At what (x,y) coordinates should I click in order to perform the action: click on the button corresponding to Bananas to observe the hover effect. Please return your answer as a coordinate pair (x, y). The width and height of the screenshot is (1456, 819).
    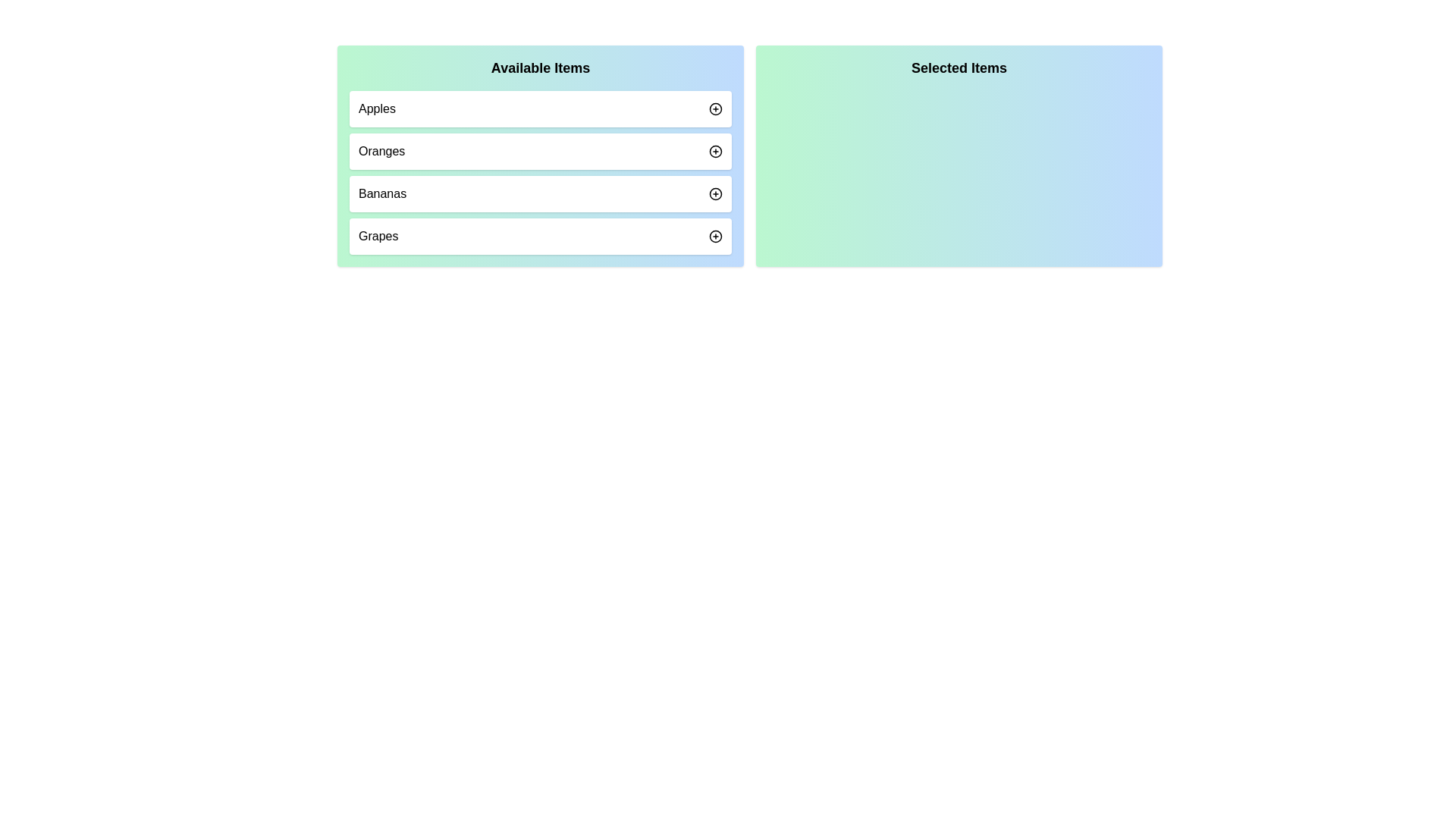
    Looking at the image, I should click on (715, 193).